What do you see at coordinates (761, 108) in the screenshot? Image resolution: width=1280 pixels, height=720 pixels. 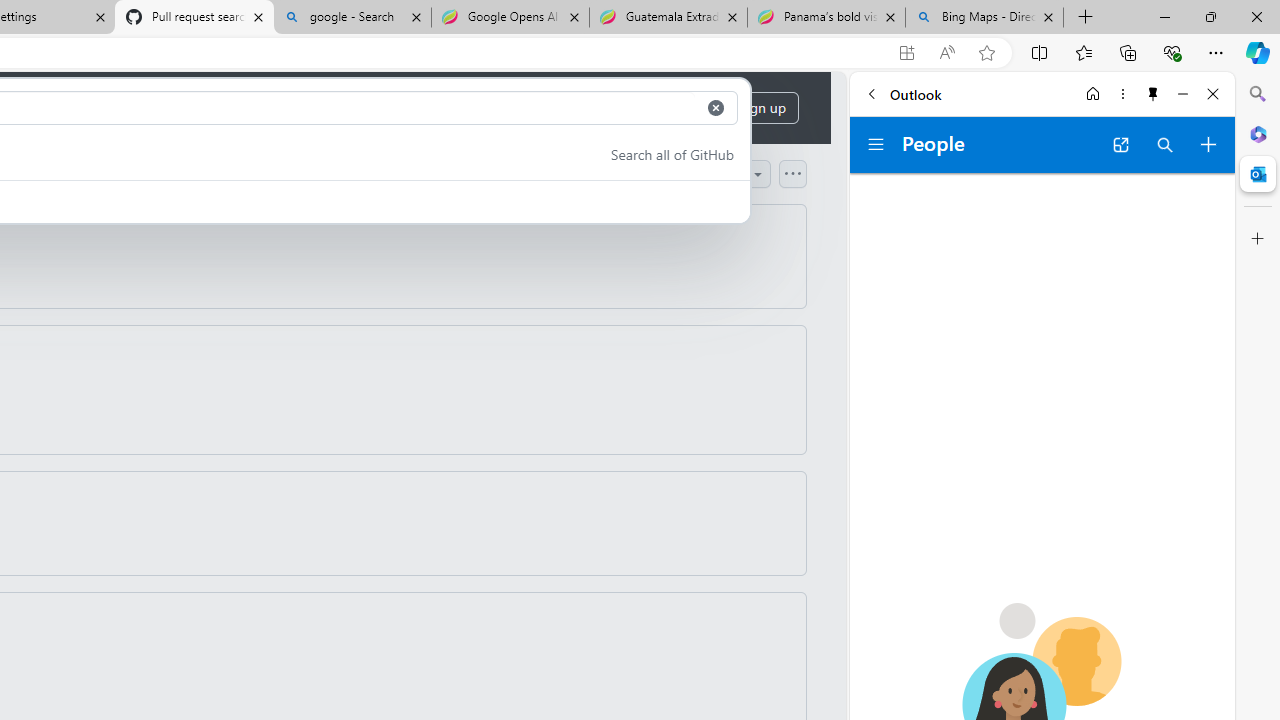 I see `'Sign up'` at bounding box center [761, 108].